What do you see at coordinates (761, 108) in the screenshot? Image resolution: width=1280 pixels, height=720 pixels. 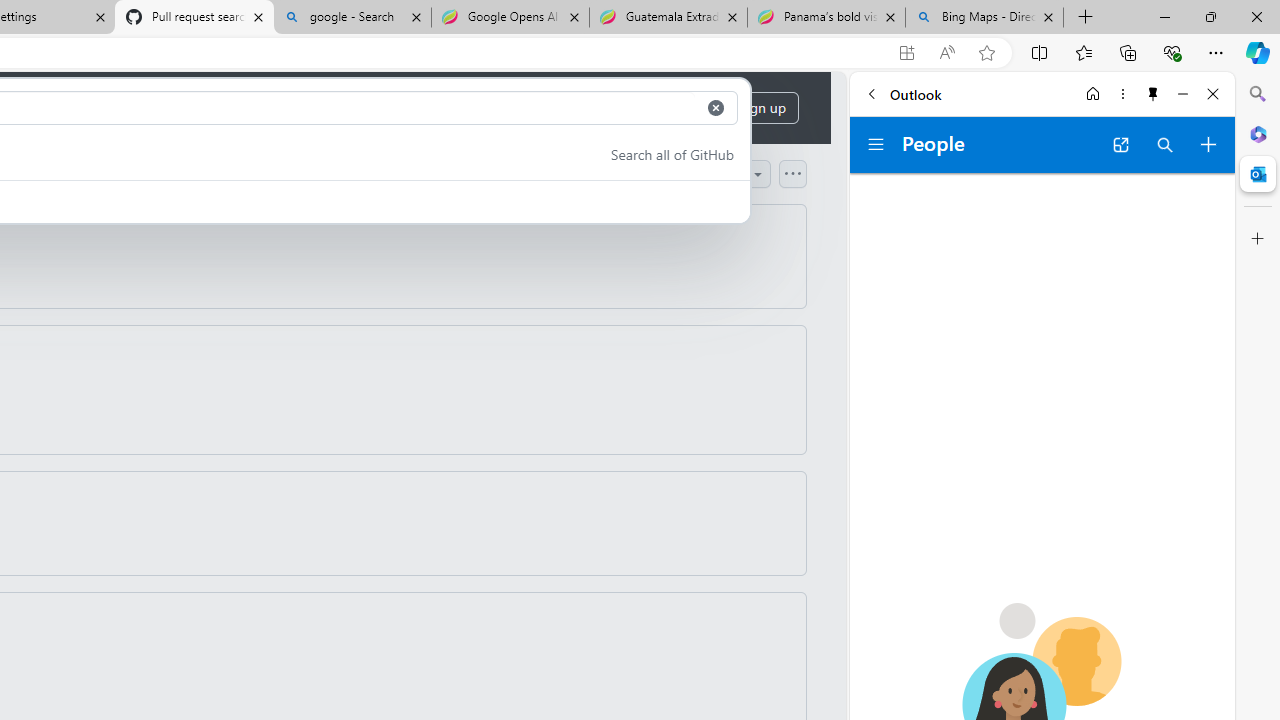 I see `'Sign up'` at bounding box center [761, 108].